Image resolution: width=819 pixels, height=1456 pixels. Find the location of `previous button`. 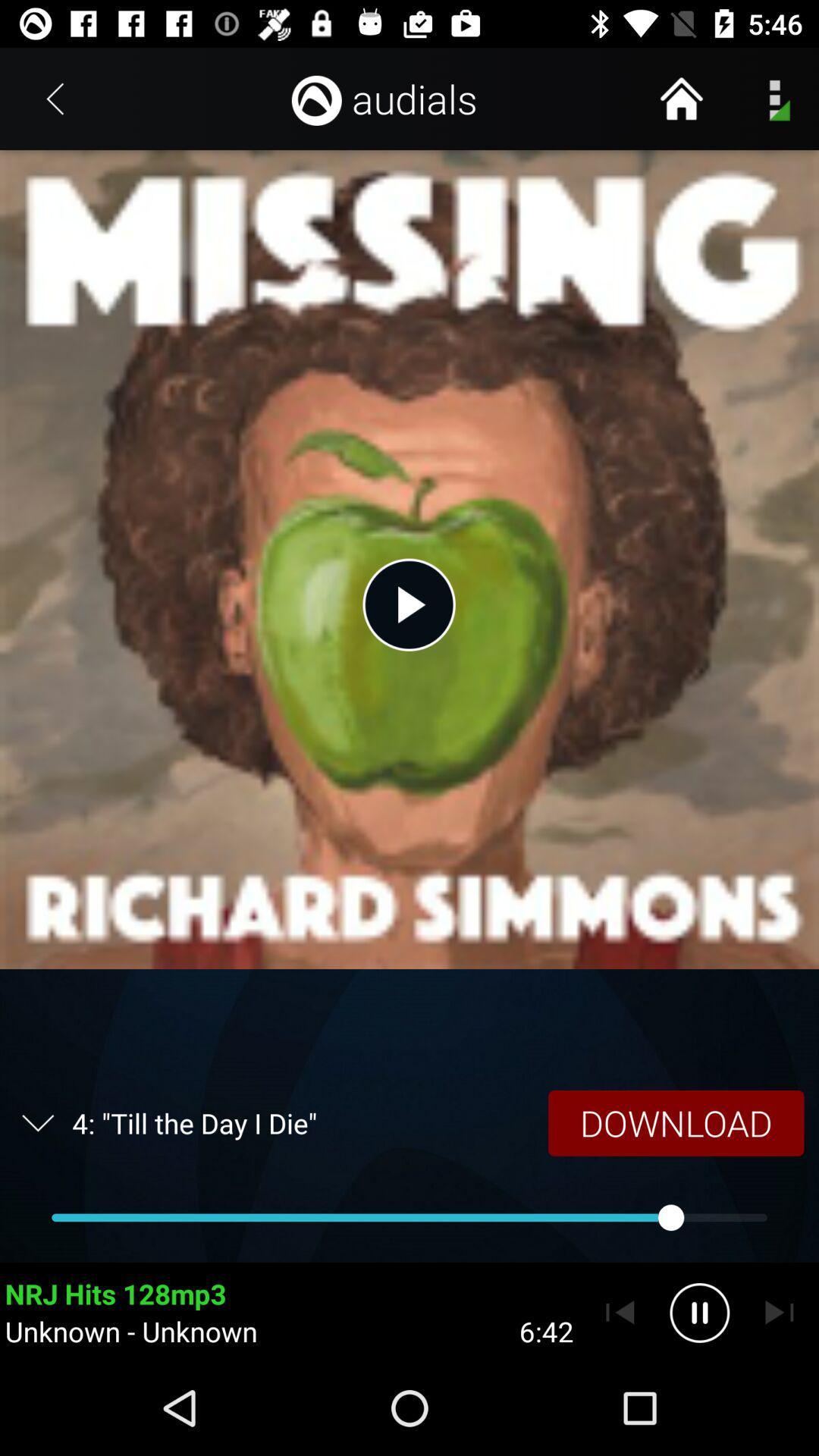

previous button is located at coordinates (620, 1312).